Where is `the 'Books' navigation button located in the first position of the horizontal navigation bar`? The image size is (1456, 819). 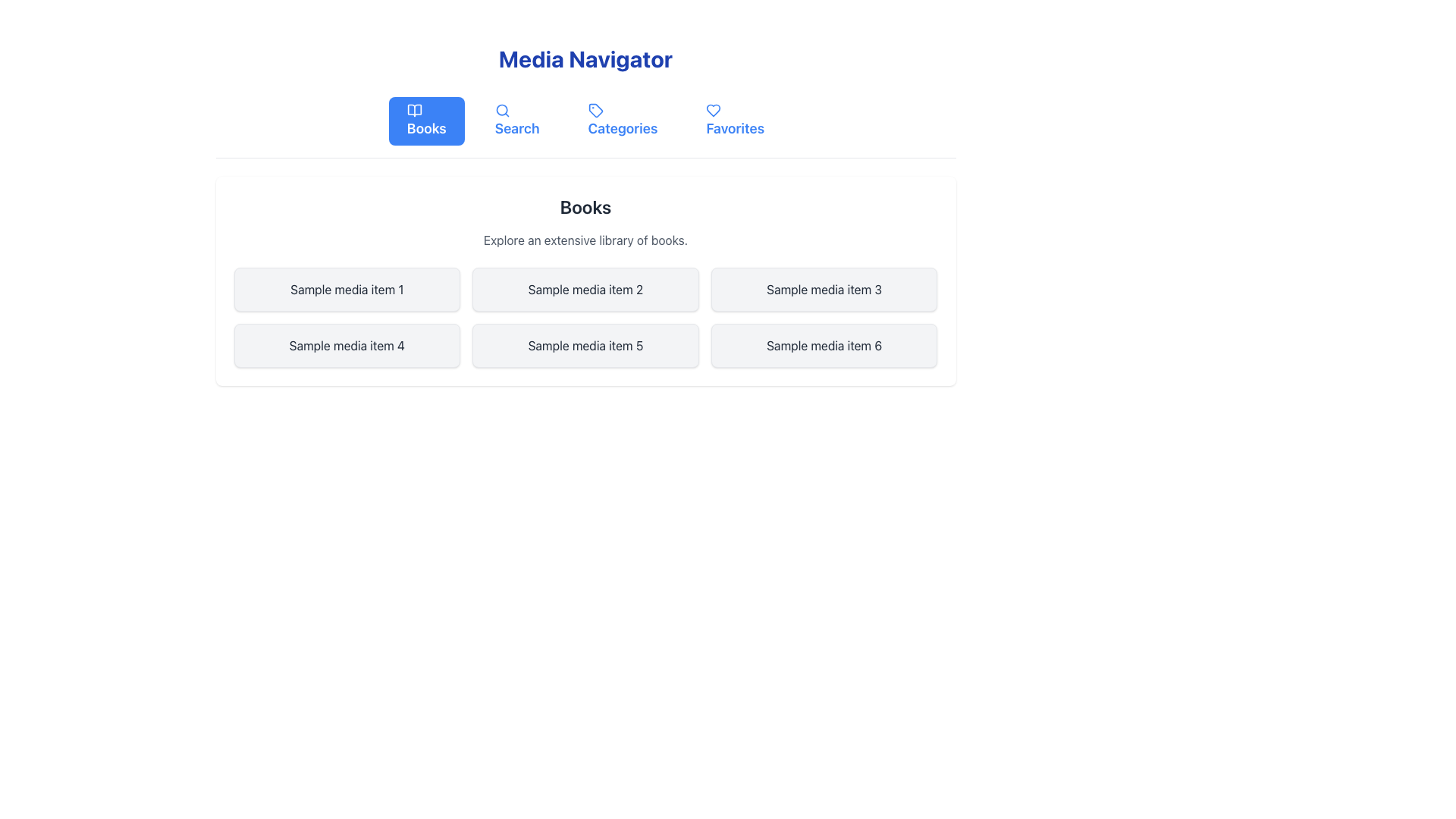
the 'Books' navigation button located in the first position of the horizontal navigation bar is located at coordinates (425, 120).